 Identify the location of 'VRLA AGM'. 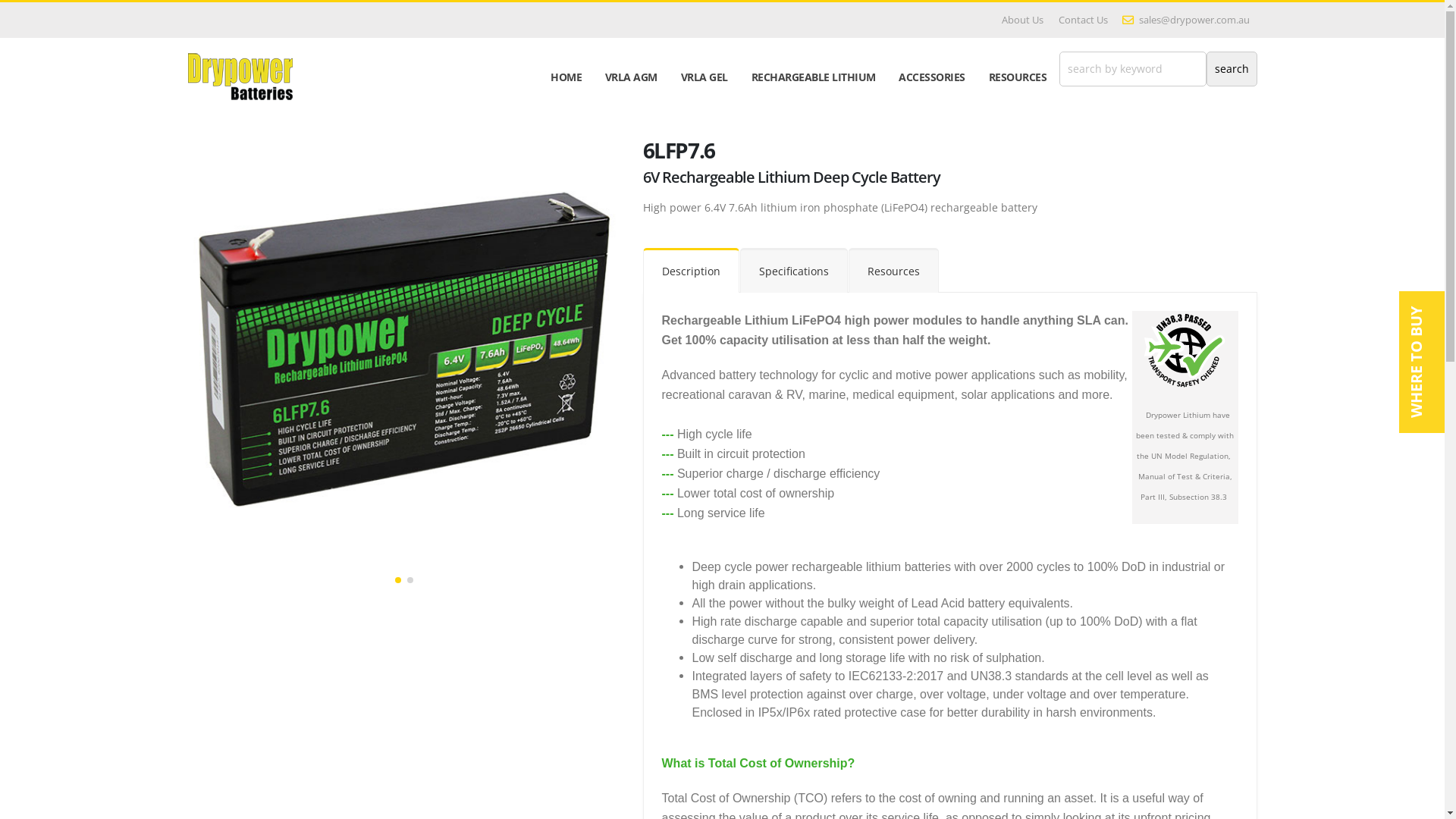
(632, 77).